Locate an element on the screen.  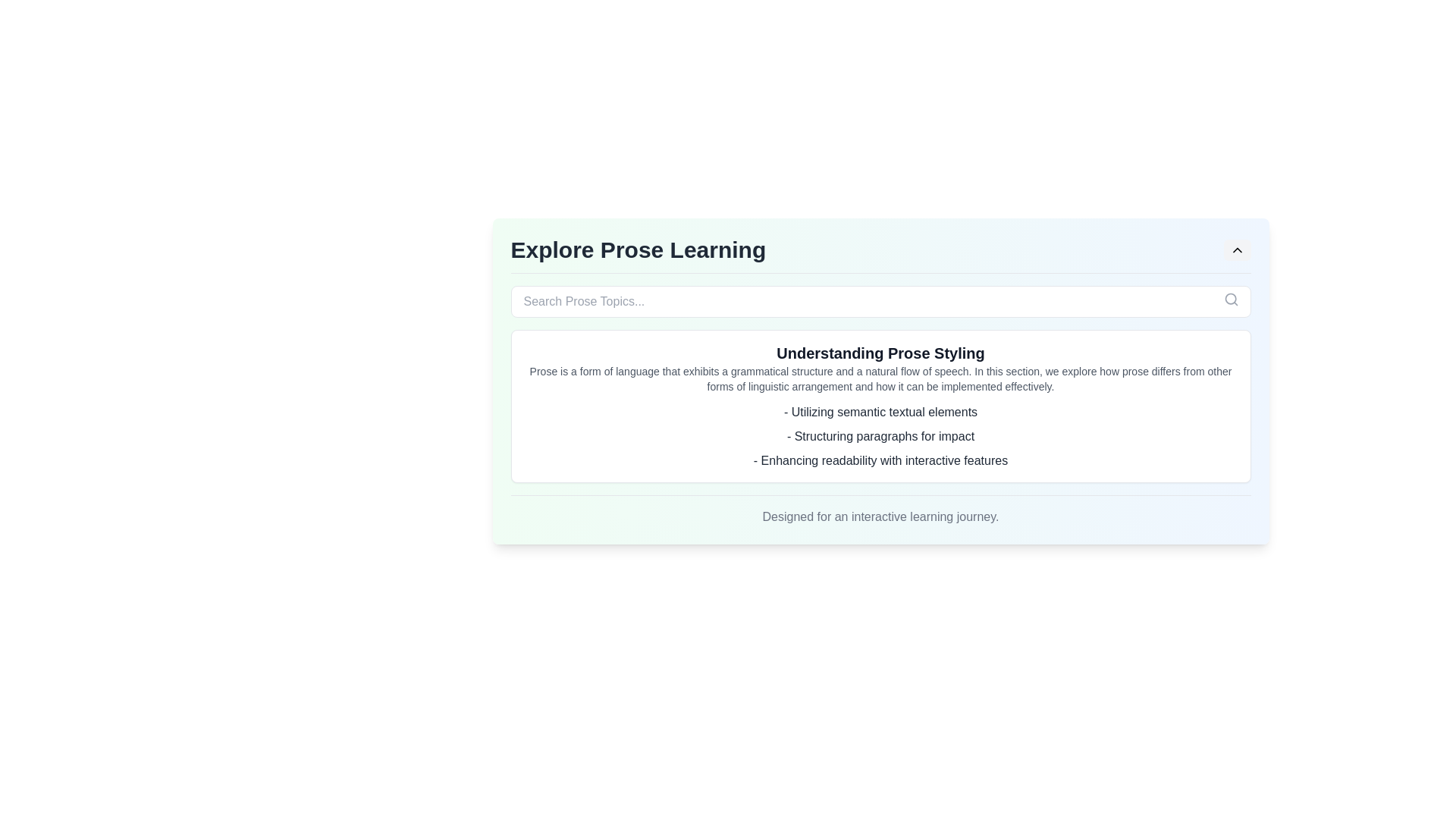
descriptive text block located immediately below the bold title 'Understanding Prose Styling', which provides information about the concept of prose is located at coordinates (880, 378).